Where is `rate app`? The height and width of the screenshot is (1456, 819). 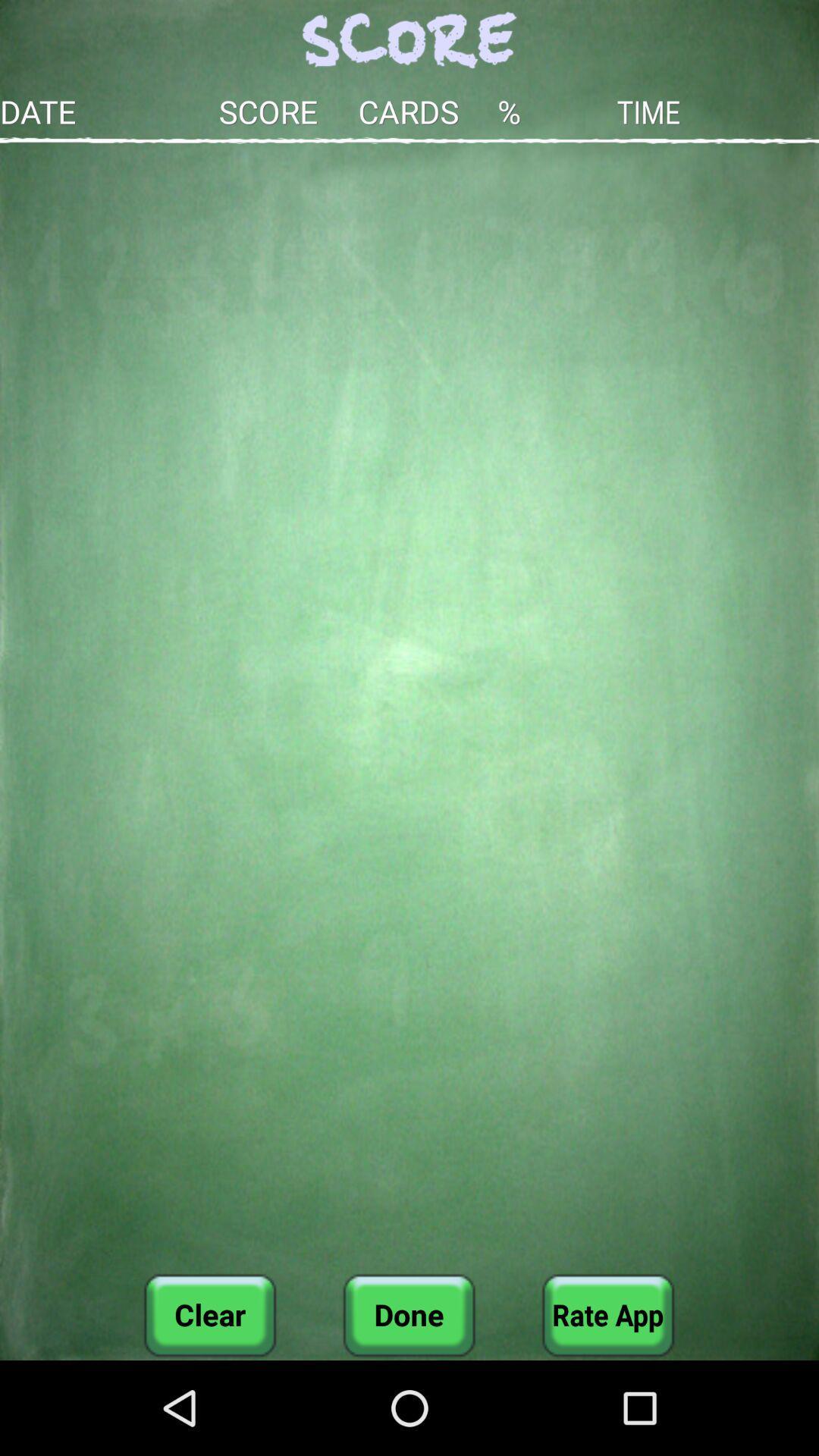
rate app is located at coordinates (607, 1314).